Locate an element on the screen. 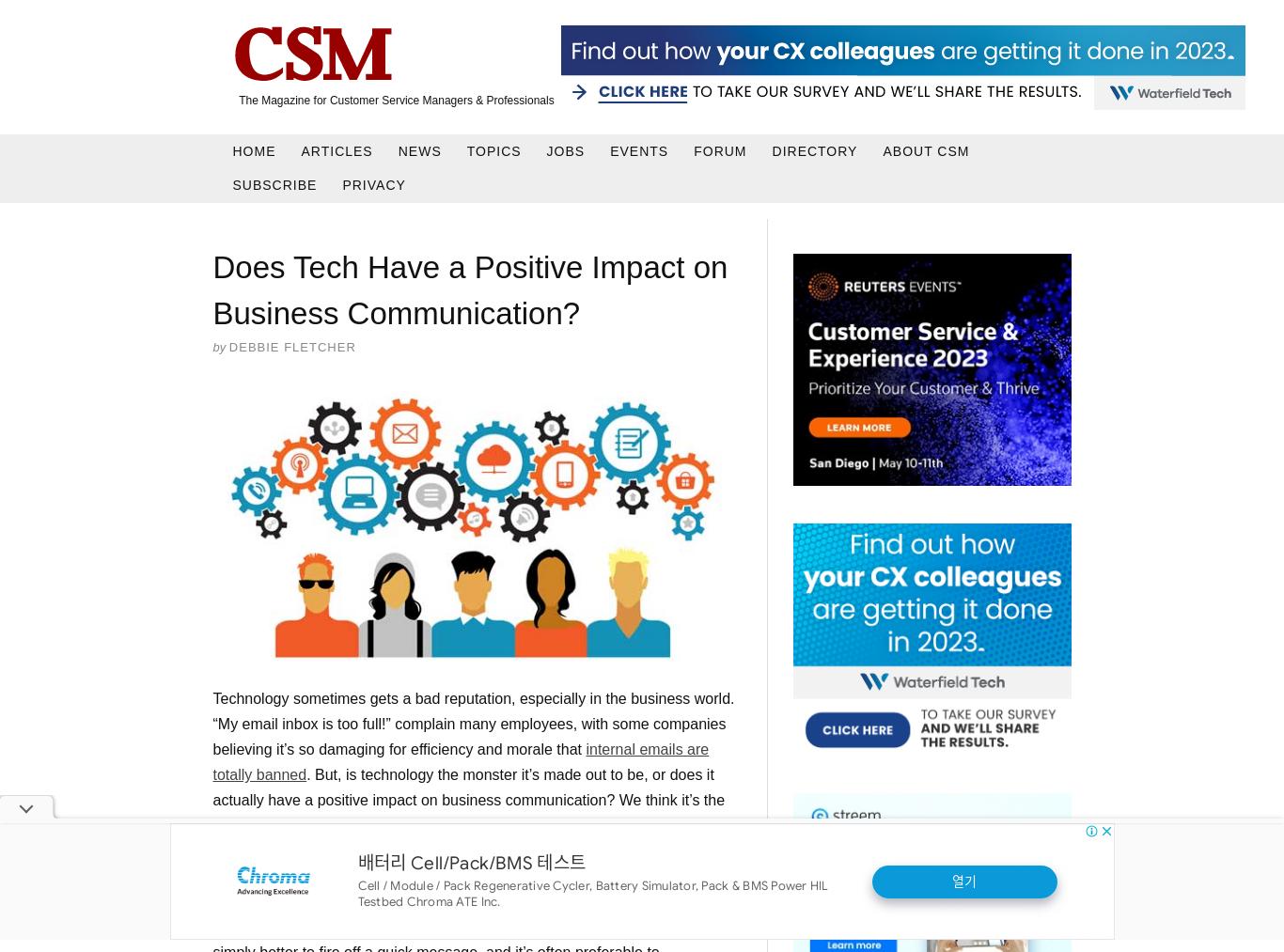  'News' is located at coordinates (417, 149).